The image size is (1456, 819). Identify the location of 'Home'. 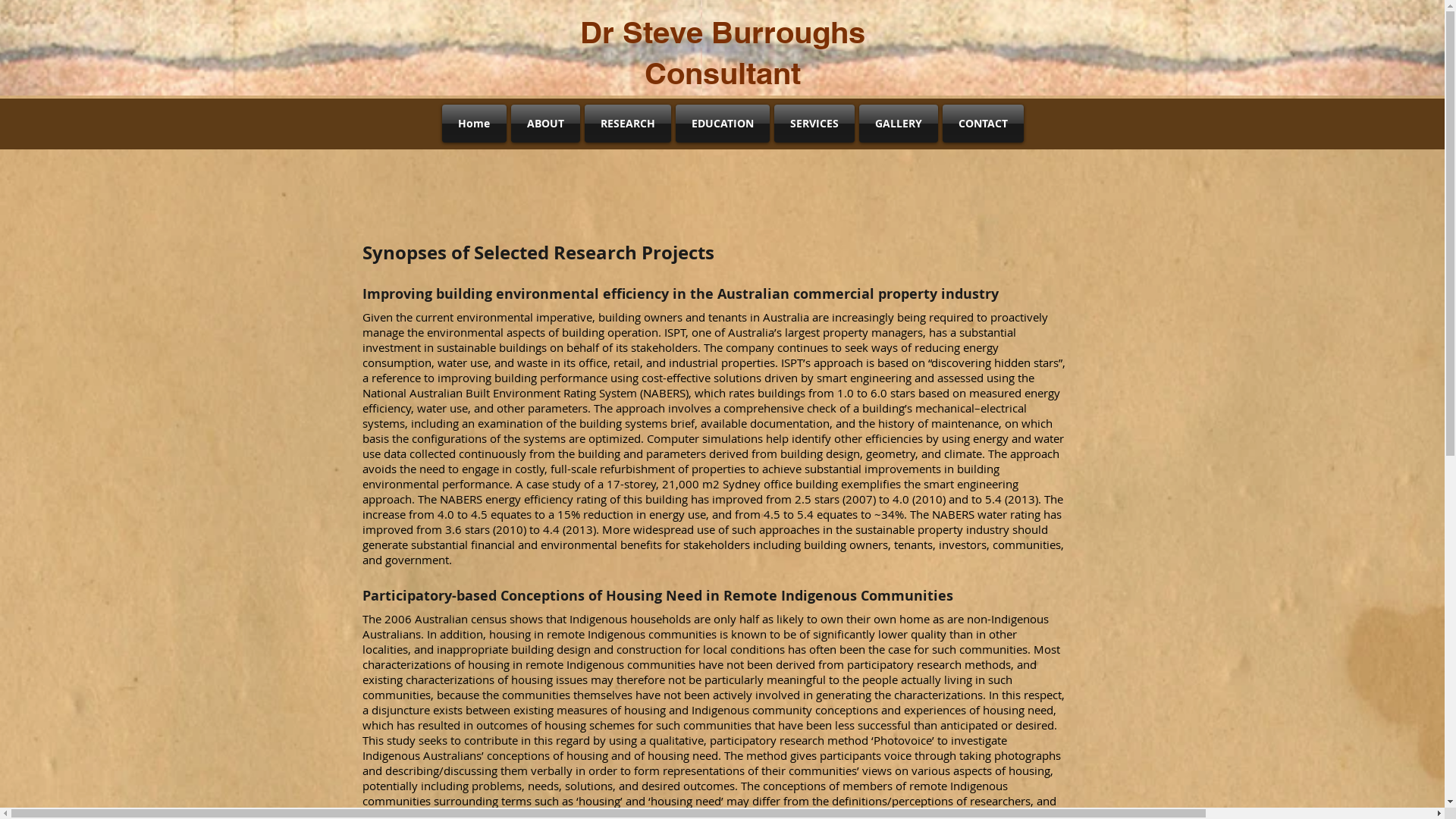
(440, 122).